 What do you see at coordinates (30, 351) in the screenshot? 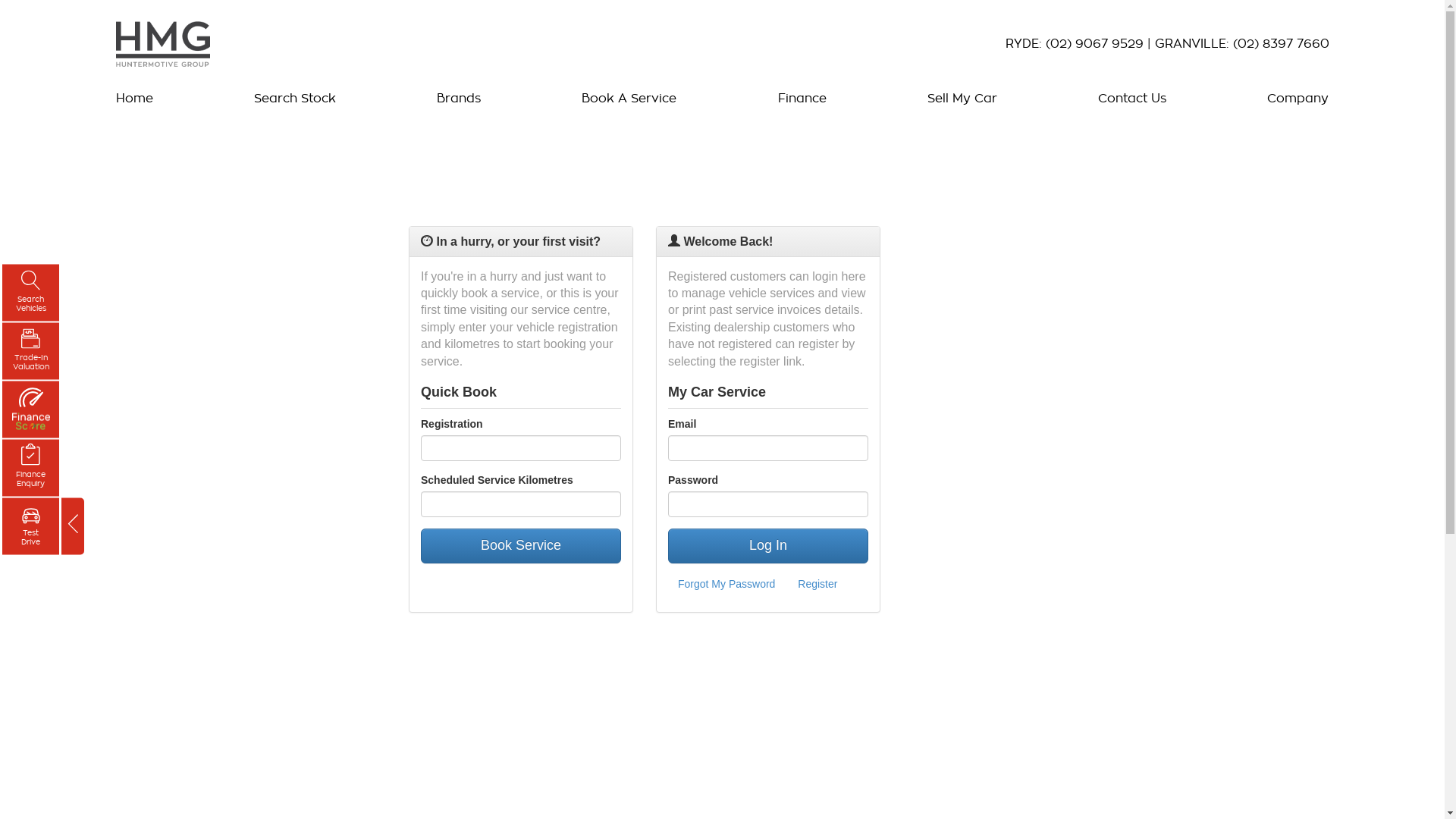
I see `'Trade-In` at bounding box center [30, 351].